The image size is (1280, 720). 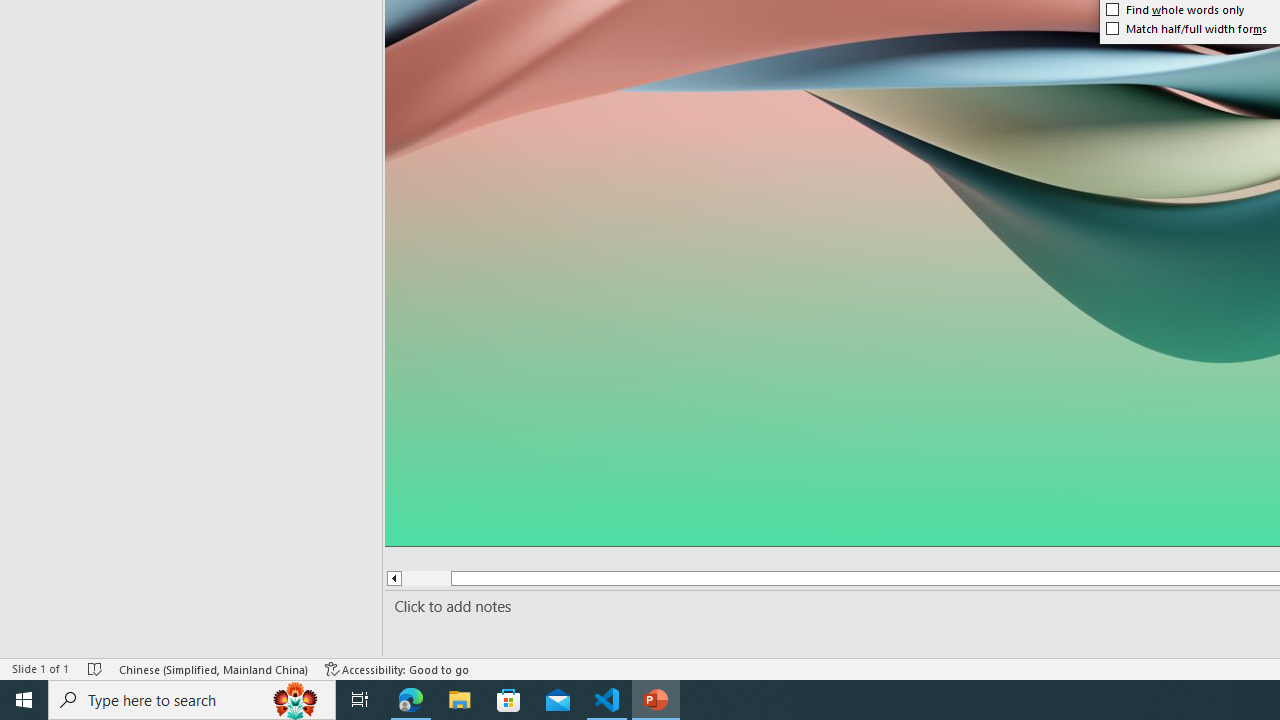 What do you see at coordinates (1175, 10) in the screenshot?
I see `'Find whole words only'` at bounding box center [1175, 10].